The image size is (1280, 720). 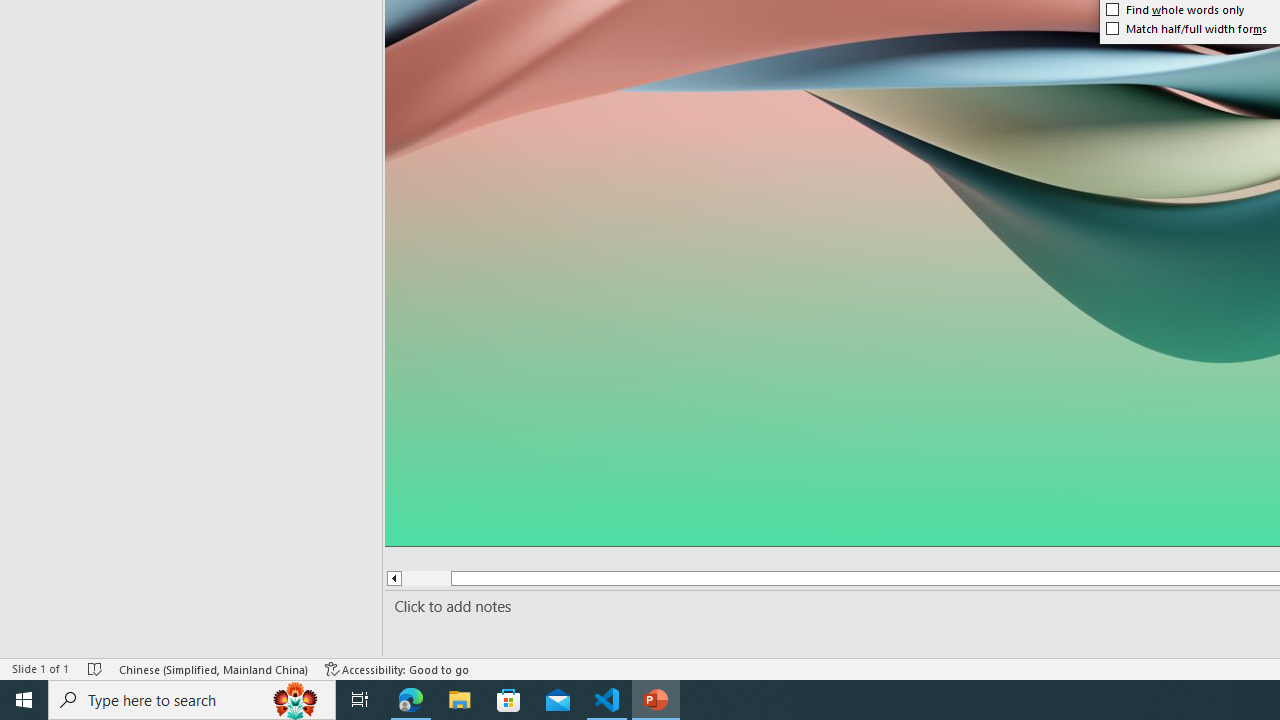 What do you see at coordinates (1175, 10) in the screenshot?
I see `'Find whole words only'` at bounding box center [1175, 10].